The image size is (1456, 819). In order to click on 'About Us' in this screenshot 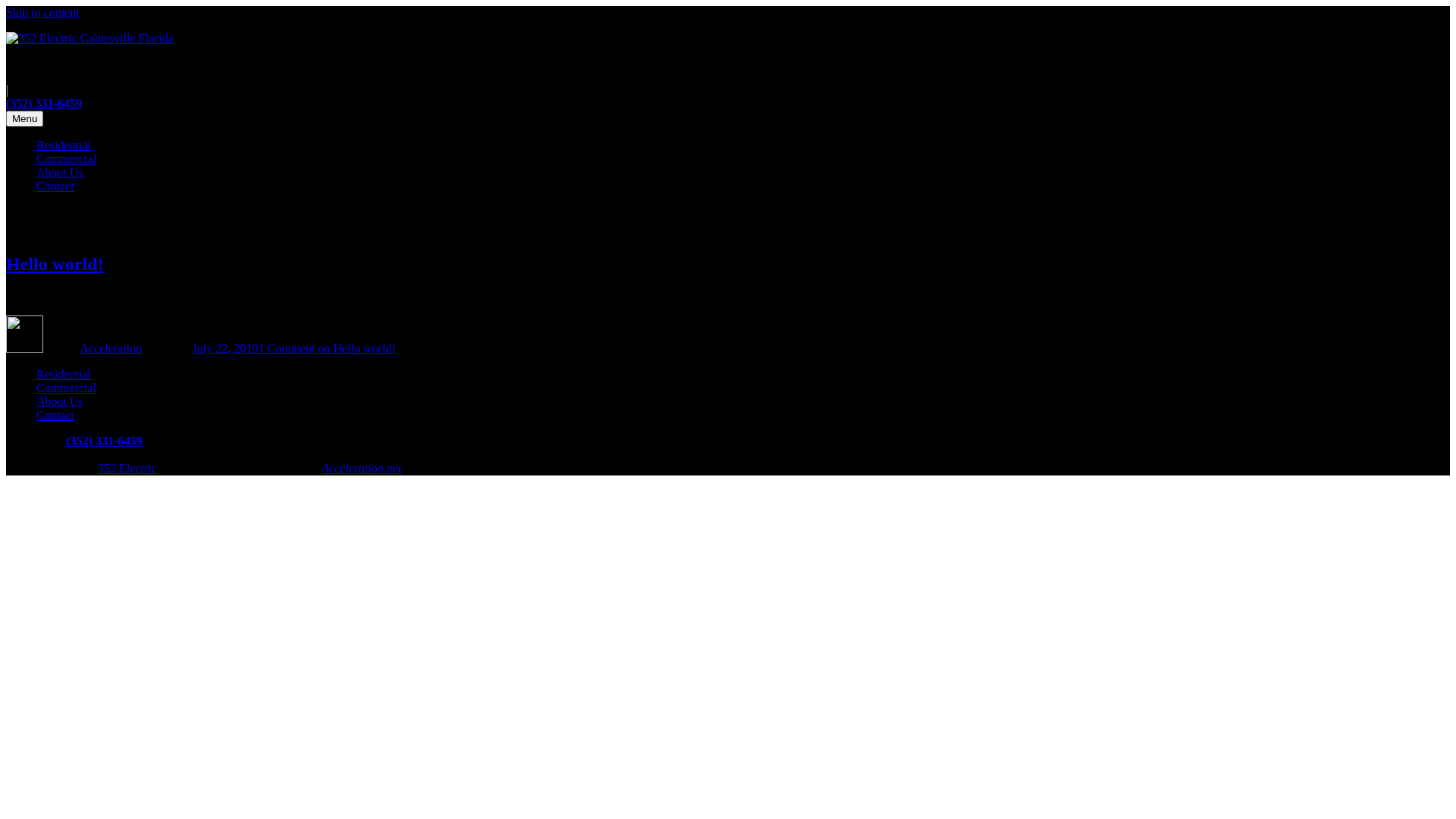, I will do `click(59, 400)`.